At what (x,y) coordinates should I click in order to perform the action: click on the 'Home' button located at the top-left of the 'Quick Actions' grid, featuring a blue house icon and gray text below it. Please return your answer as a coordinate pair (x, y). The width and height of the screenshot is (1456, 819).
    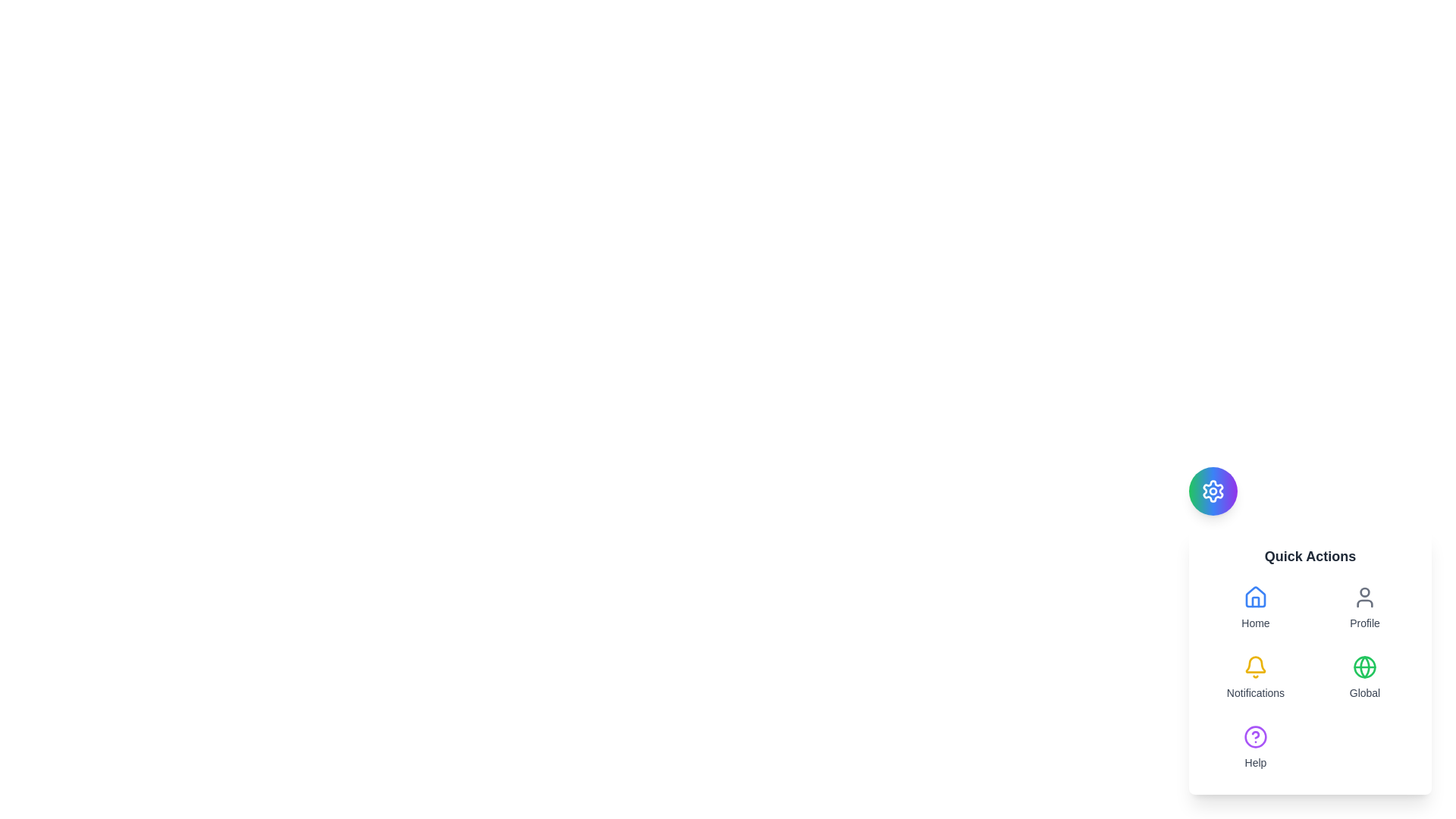
    Looking at the image, I should click on (1256, 607).